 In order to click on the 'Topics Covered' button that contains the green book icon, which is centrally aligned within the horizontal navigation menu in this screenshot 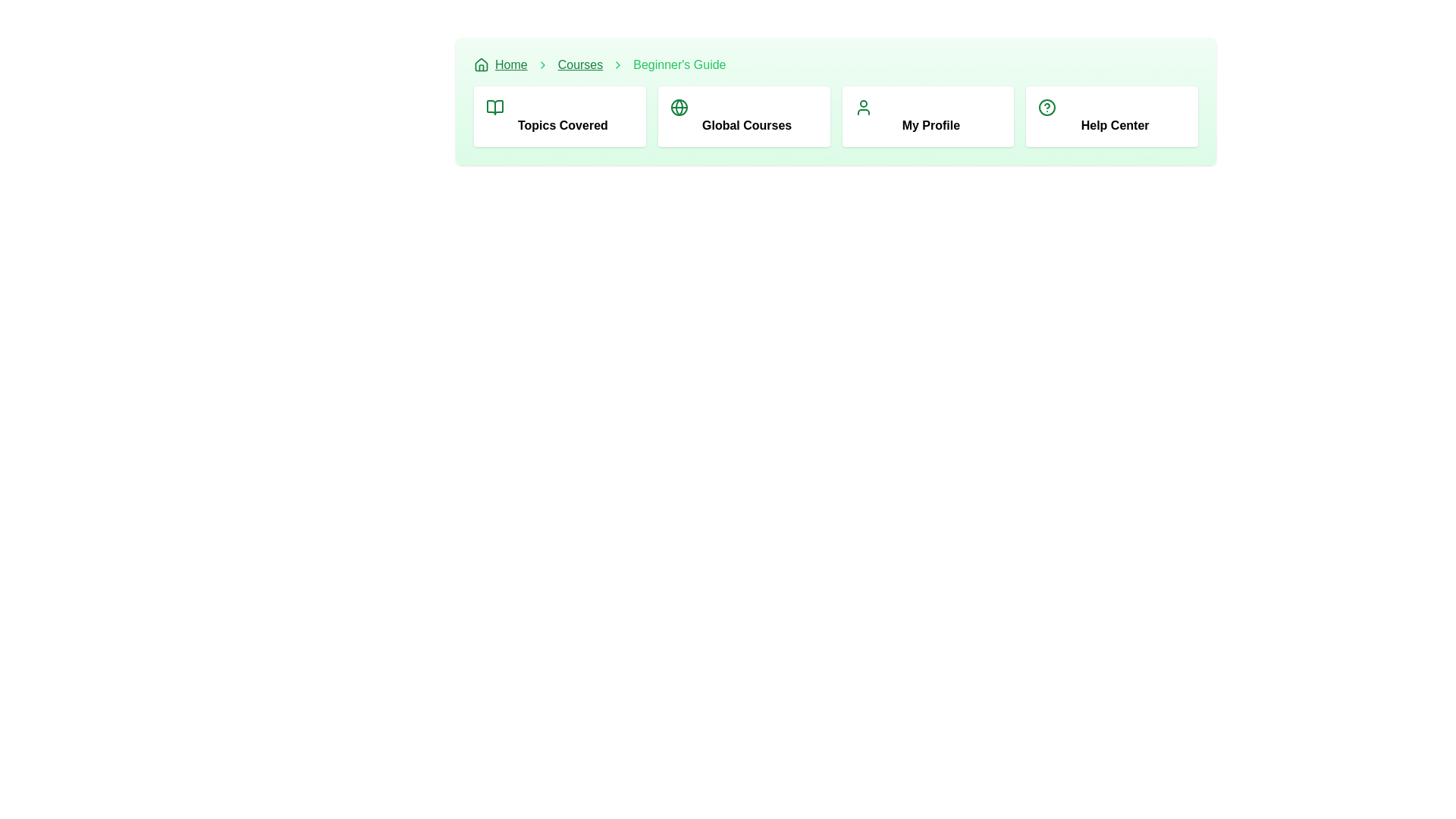, I will do `click(494, 107)`.